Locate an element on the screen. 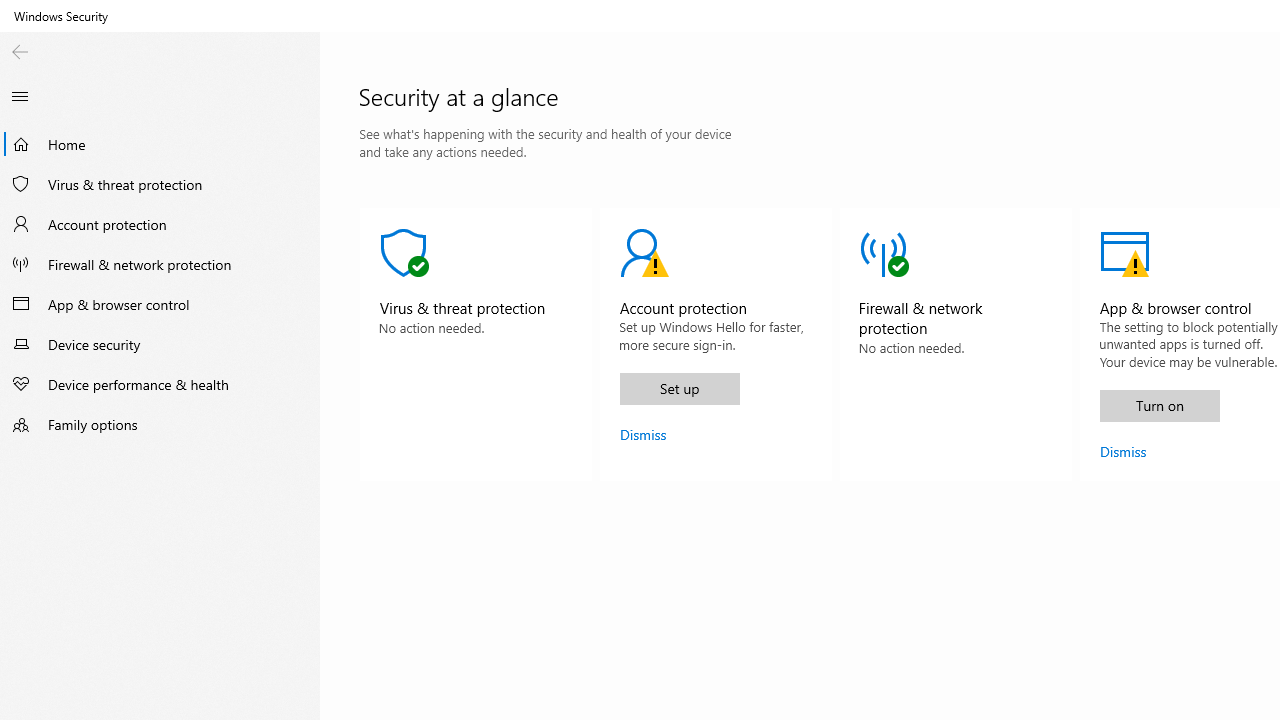 The image size is (1280, 720). 'Home' is located at coordinates (160, 143).